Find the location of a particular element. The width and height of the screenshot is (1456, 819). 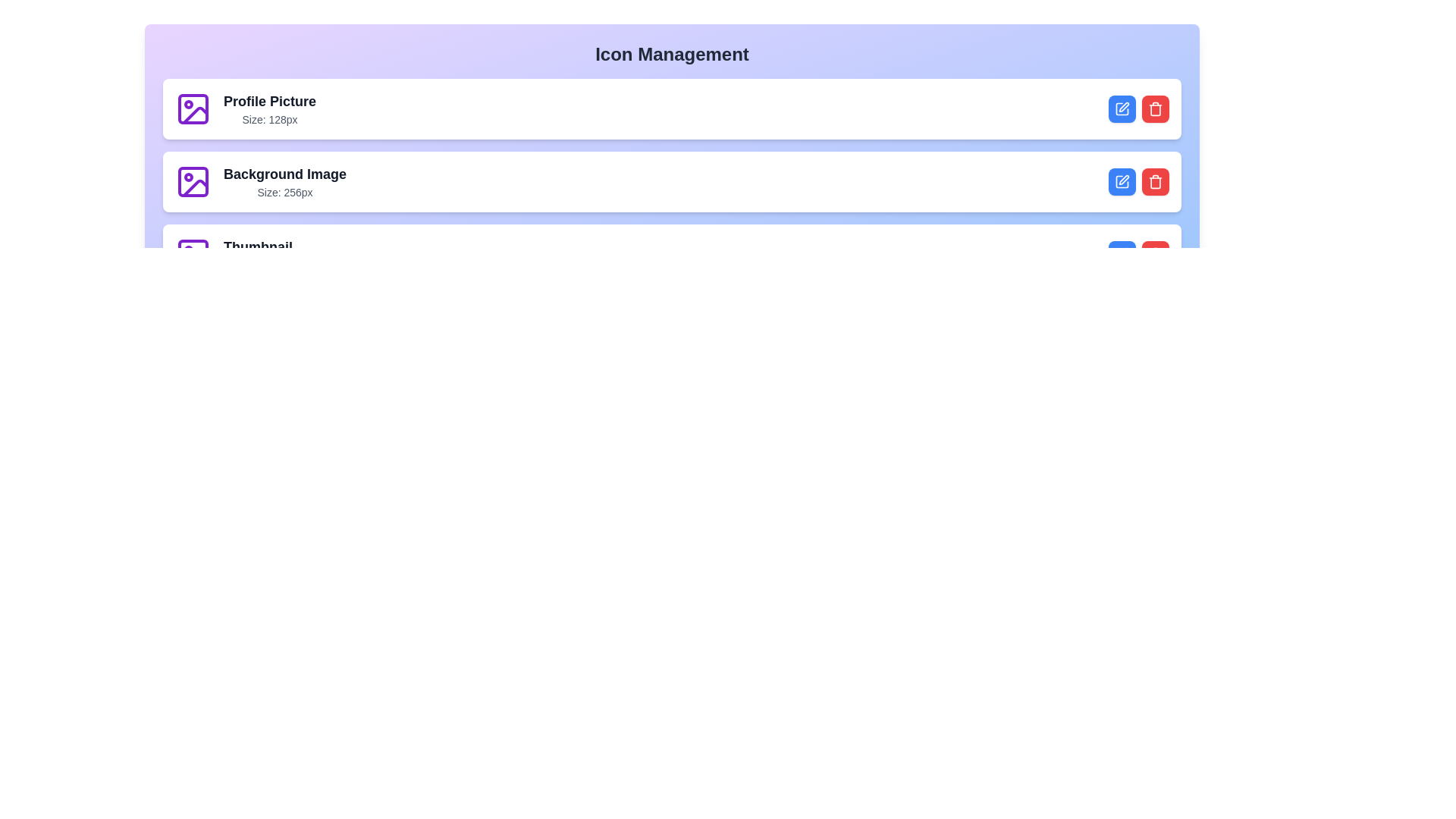

the square-shaped icon with a purple outline and graphical representation located in the 'Icon Management' section, next to 'Profile Picture' and 'Size: 128px' is located at coordinates (192, 108).